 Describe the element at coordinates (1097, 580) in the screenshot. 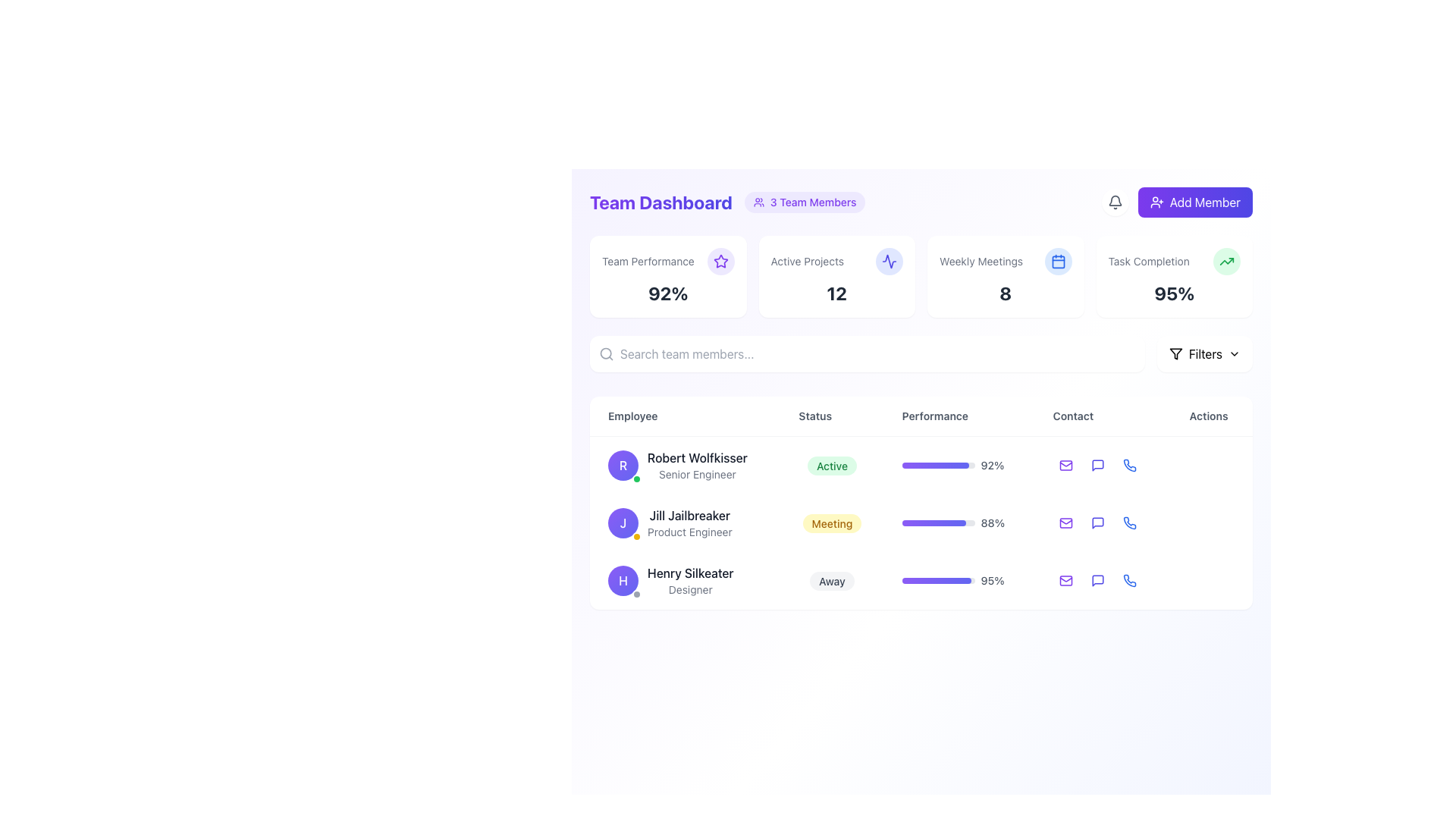

I see `the Icon button in the 'Actions' column of the last row in the table, which is used for communication options like chat or message` at that location.